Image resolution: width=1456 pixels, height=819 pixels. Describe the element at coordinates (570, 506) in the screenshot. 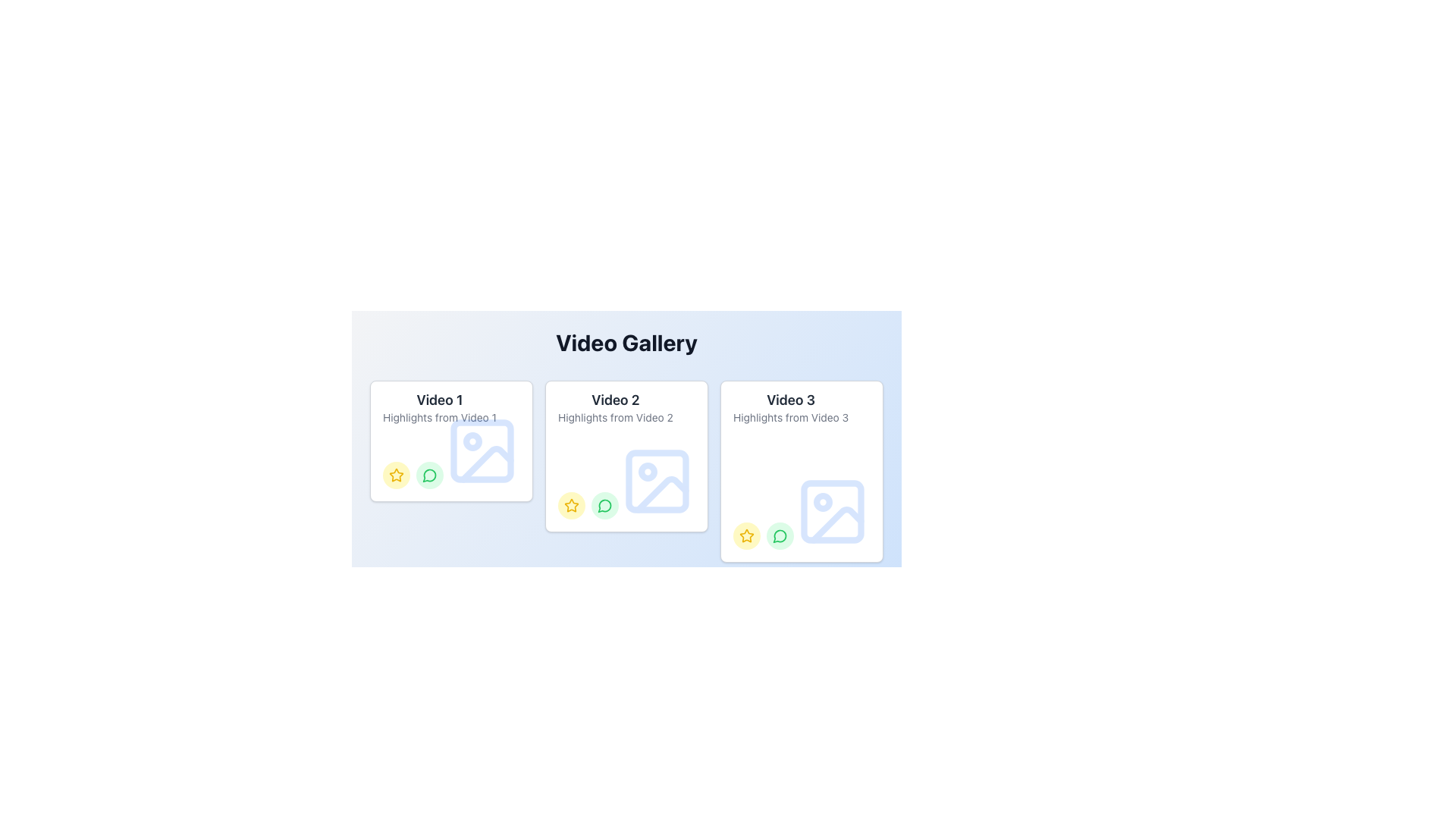

I see `the favorite button located at the bottom-left of the second video card titled 'Video 2' in the 'Video Gallery' interface` at that location.